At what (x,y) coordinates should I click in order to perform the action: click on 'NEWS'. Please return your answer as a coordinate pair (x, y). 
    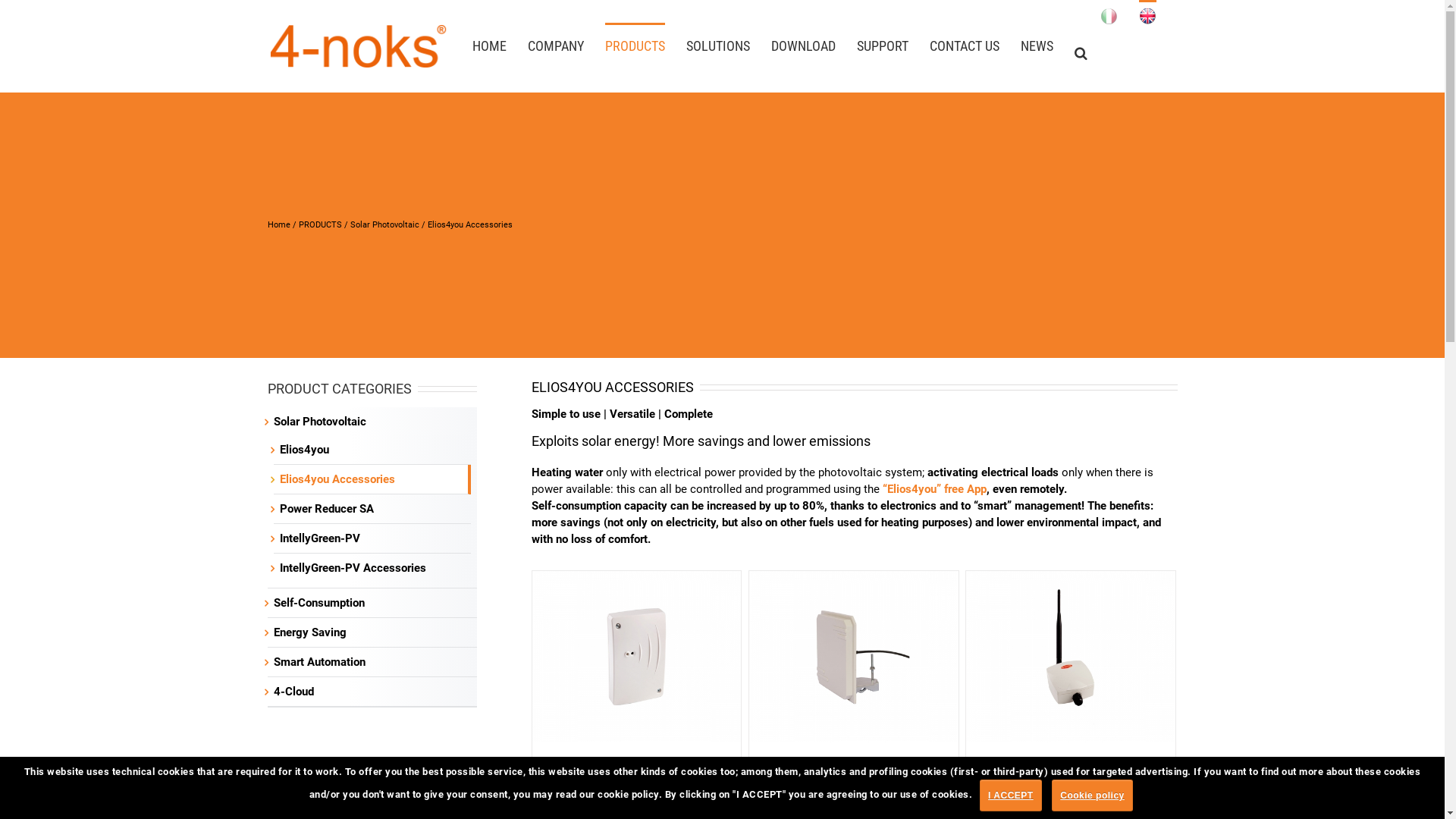
    Looking at the image, I should click on (1036, 43).